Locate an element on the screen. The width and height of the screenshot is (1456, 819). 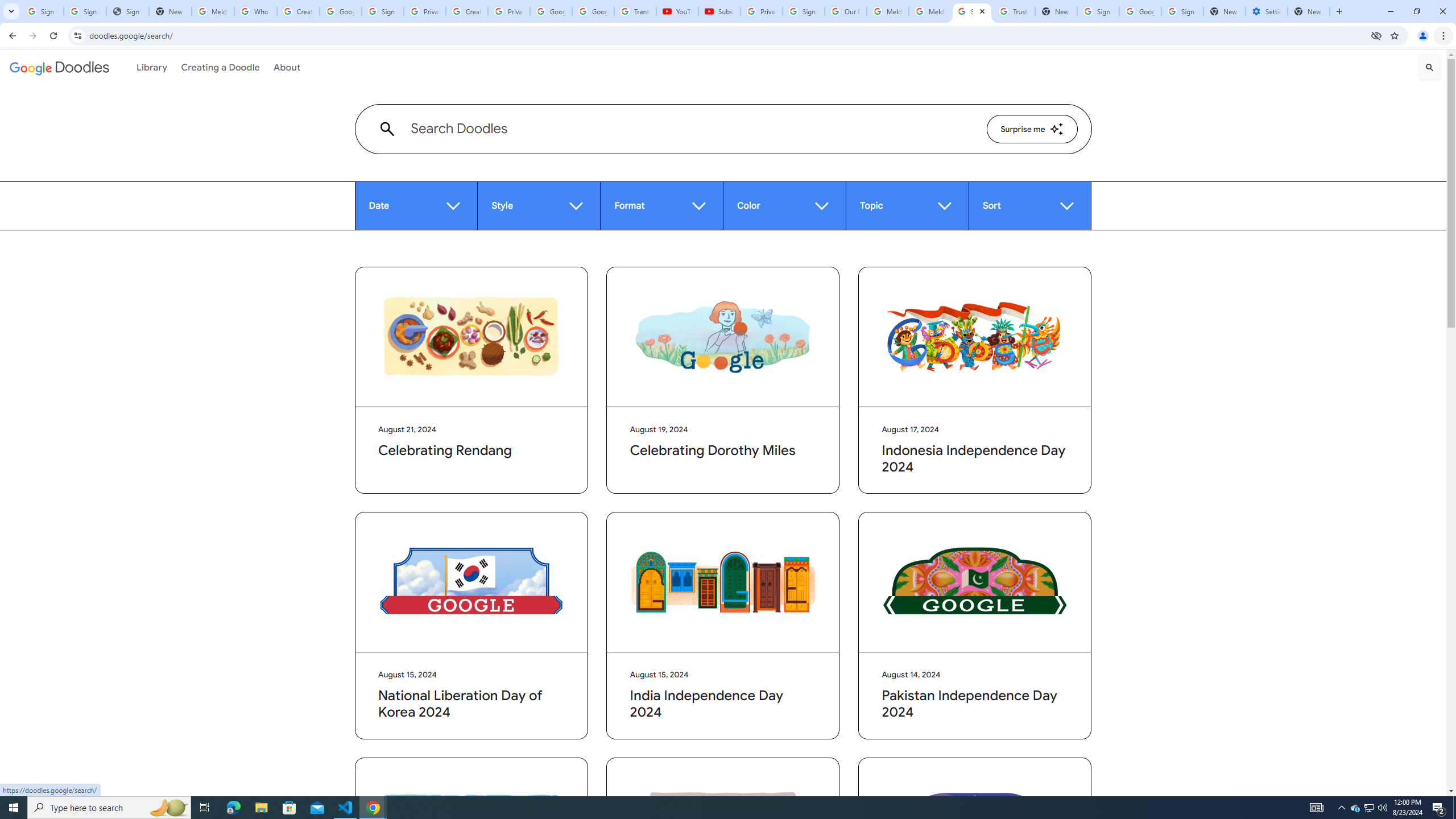
'Subscriptions - YouTube' is located at coordinates (718, 11).